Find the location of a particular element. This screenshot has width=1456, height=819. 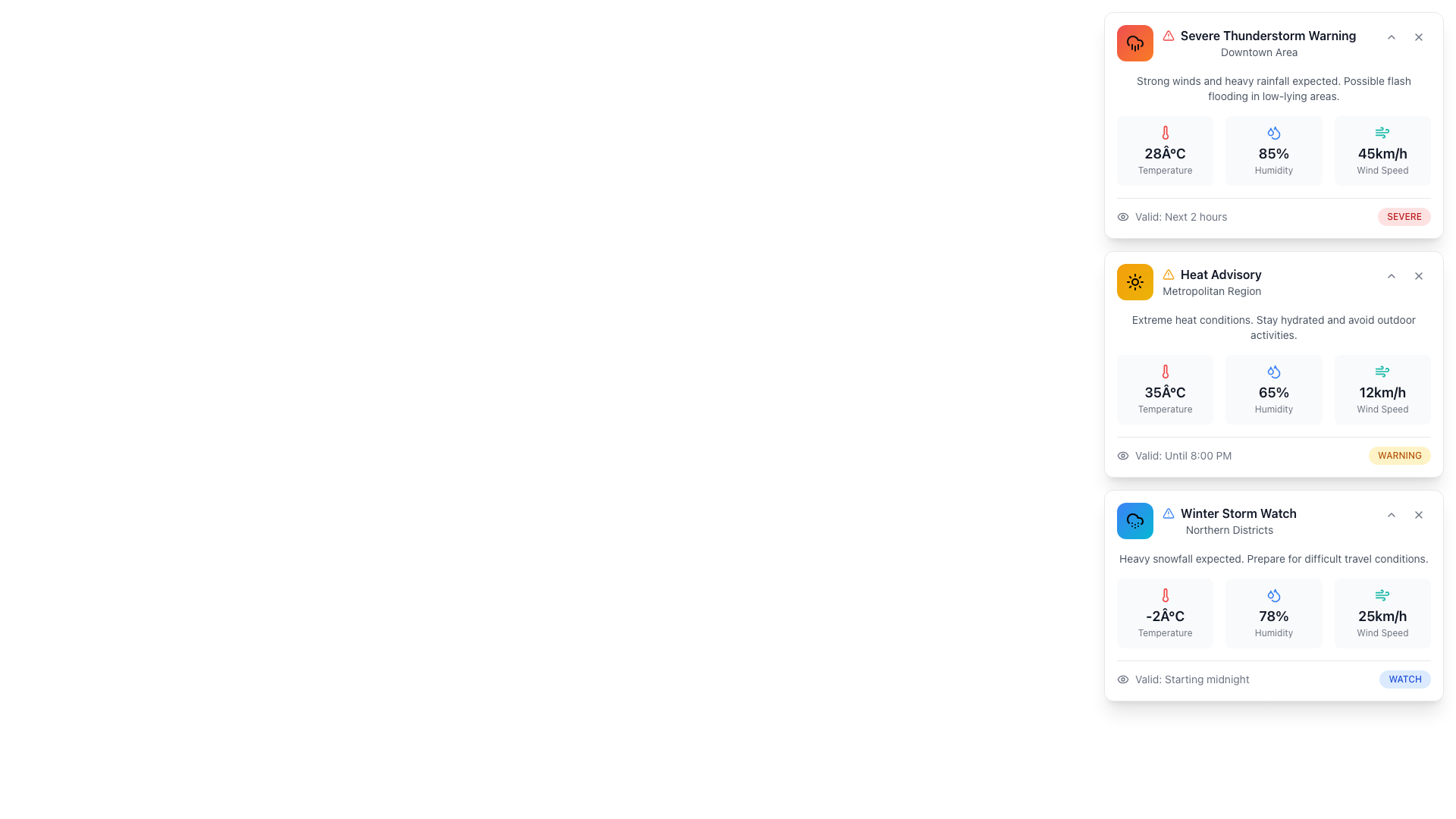

text label that describes the humidity level, located in the lower portion of the third card in the right-aligned column of weather warnings, just below the '78%' value is located at coordinates (1274, 632).